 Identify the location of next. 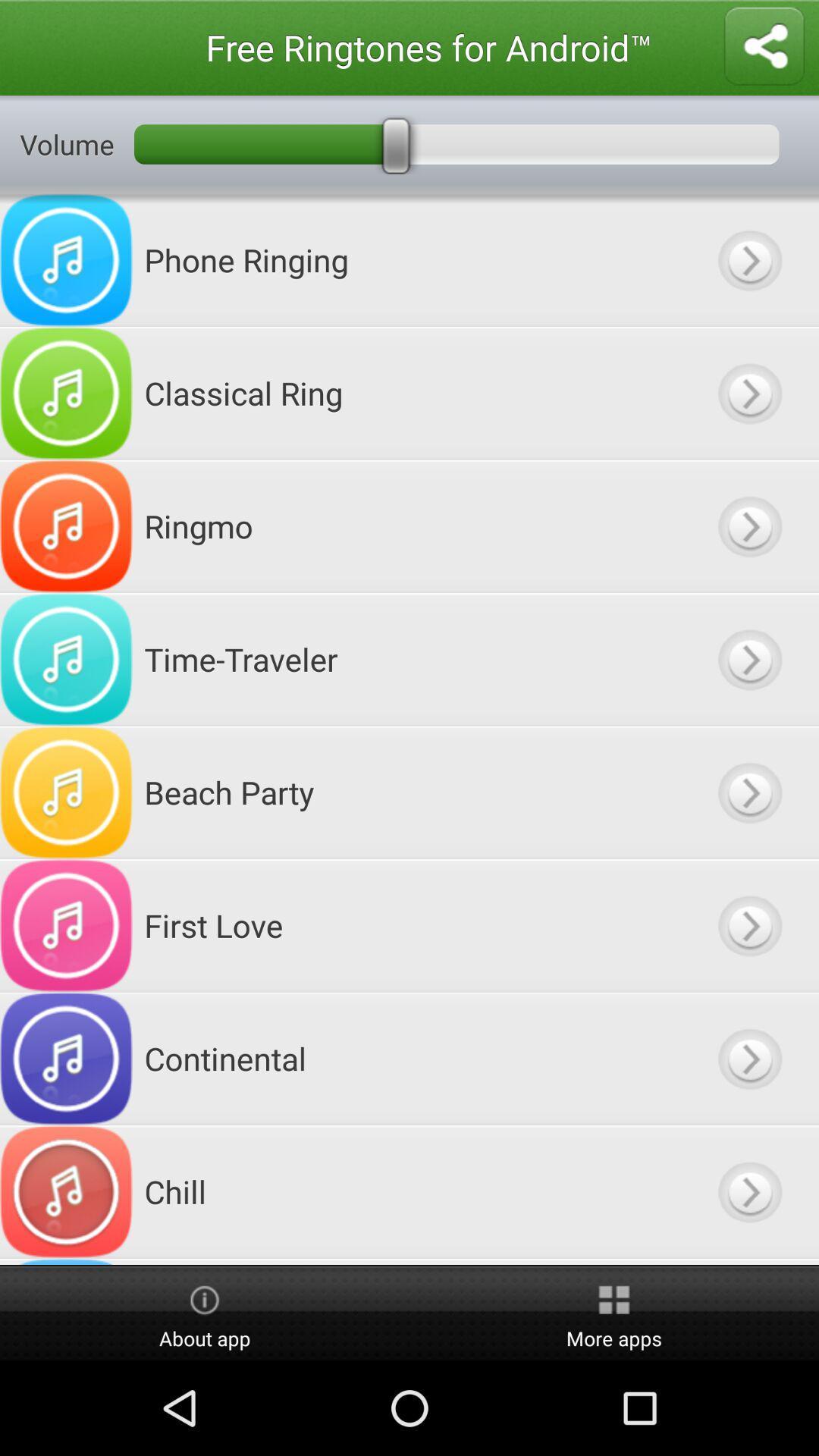
(748, 526).